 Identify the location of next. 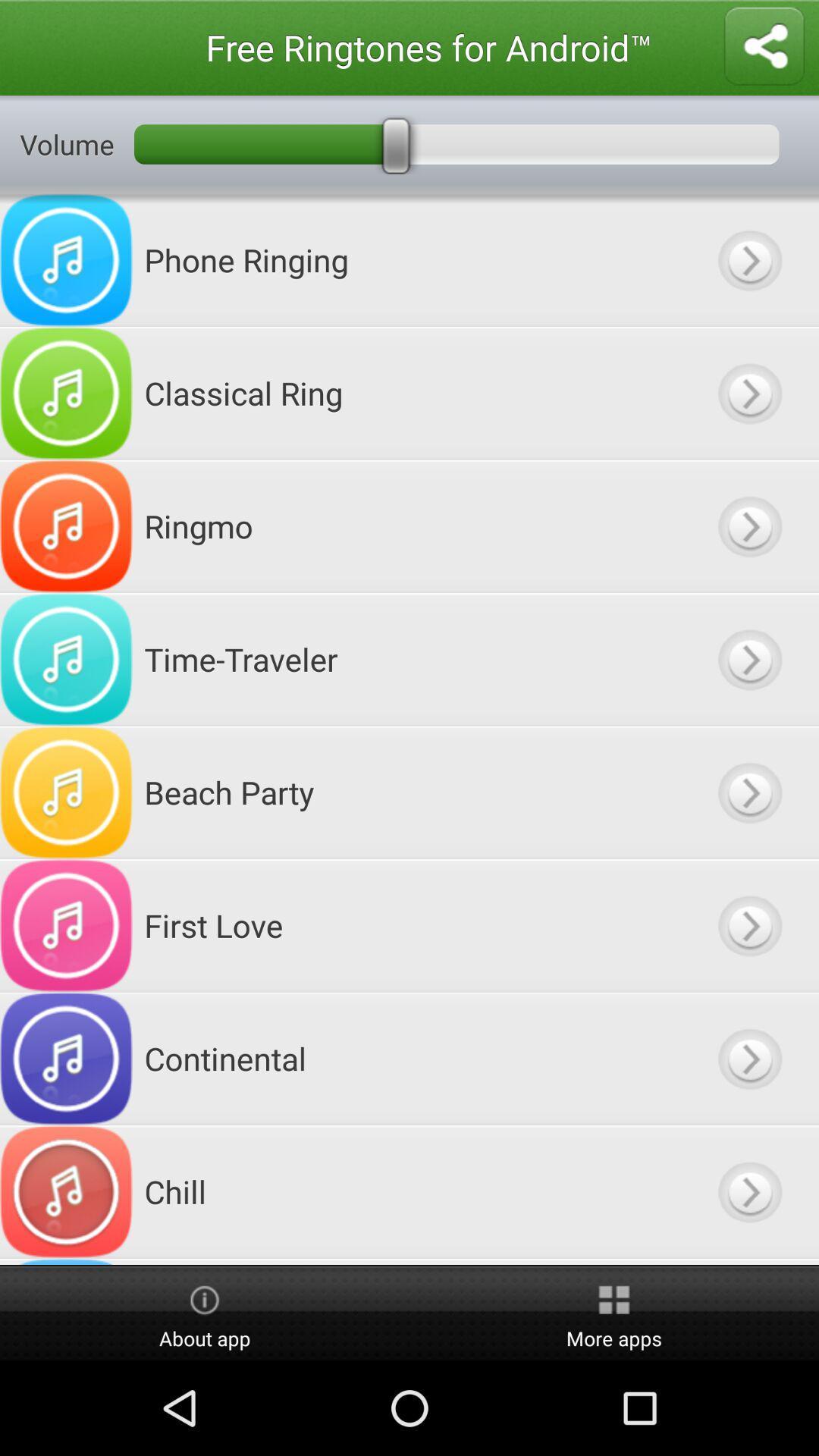
(748, 526).